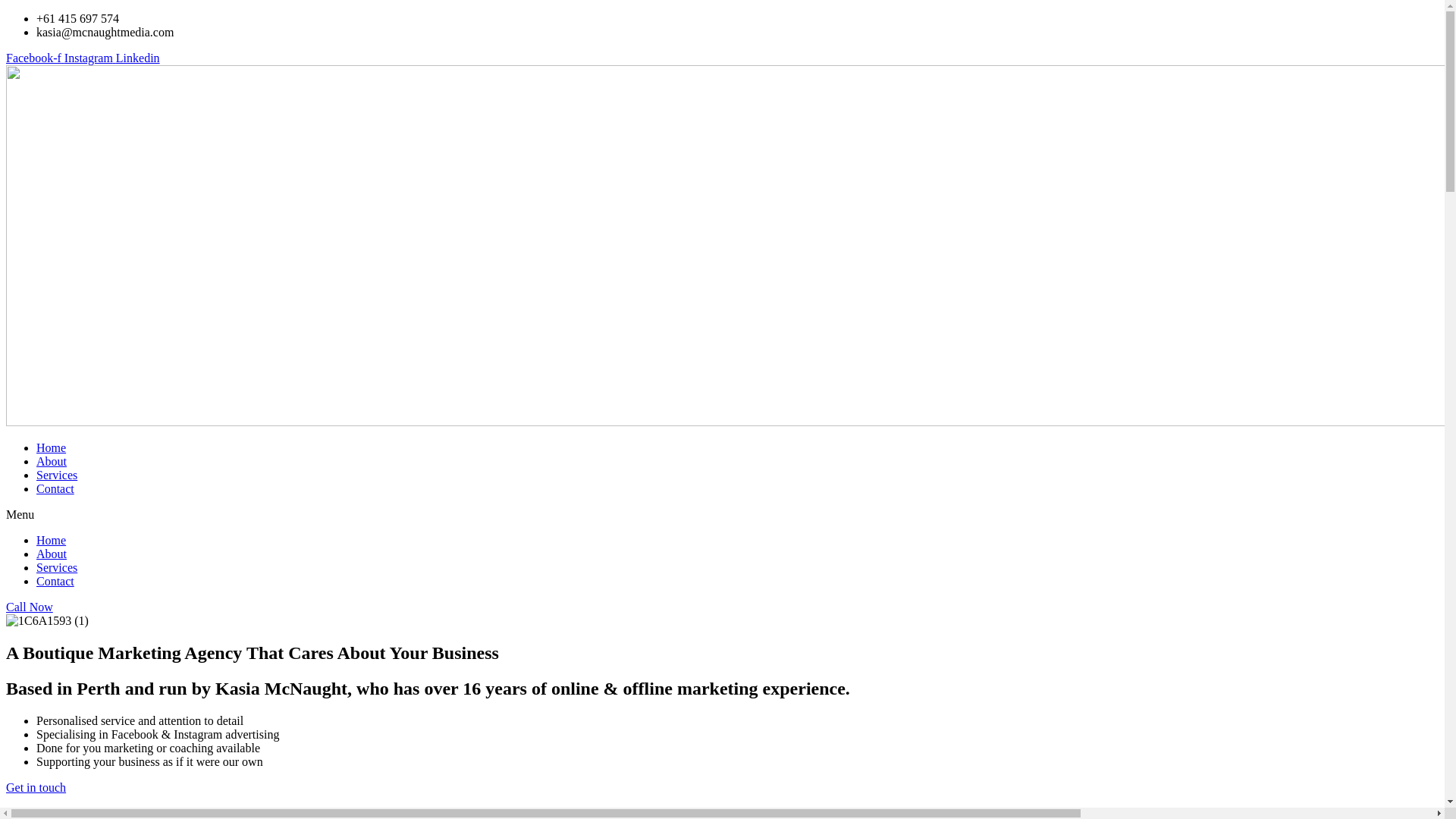 This screenshot has height=819, width=1456. Describe the element at coordinates (36, 580) in the screenshot. I see `'Contact'` at that location.